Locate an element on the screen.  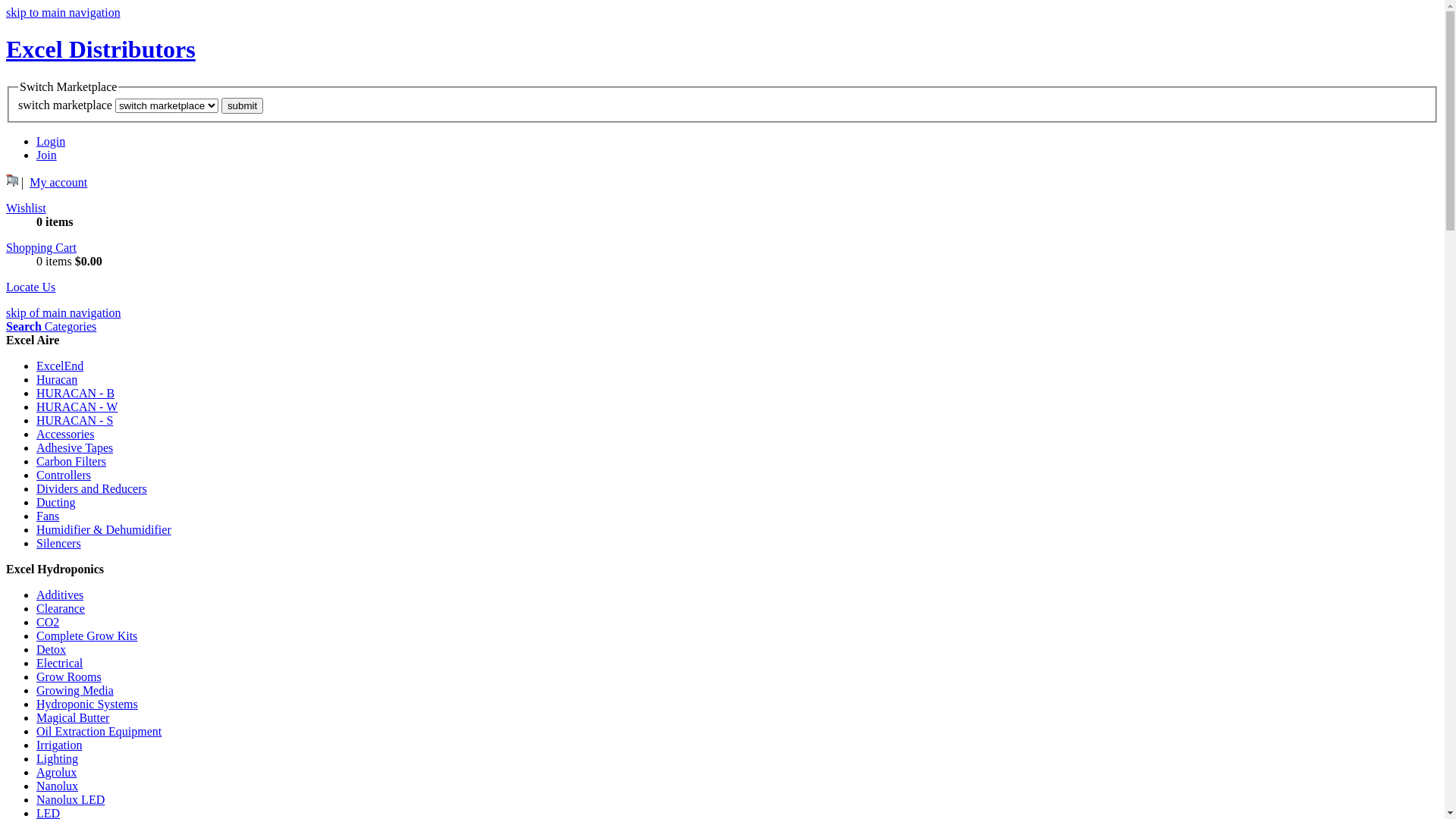
'Clearance' is located at coordinates (61, 607).